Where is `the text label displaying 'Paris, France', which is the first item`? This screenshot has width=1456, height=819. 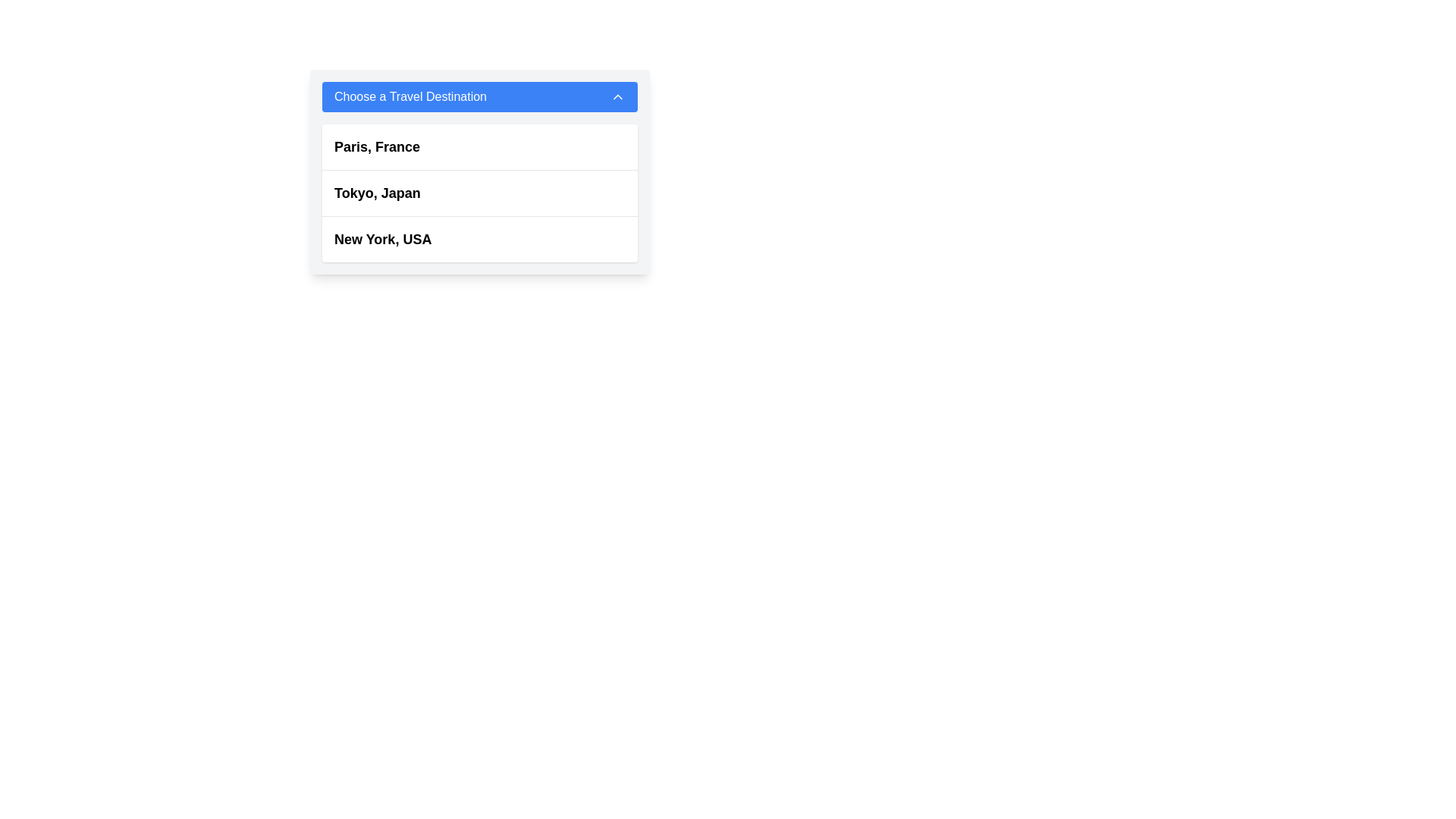
the text label displaying 'Paris, France', which is the first item is located at coordinates (377, 146).